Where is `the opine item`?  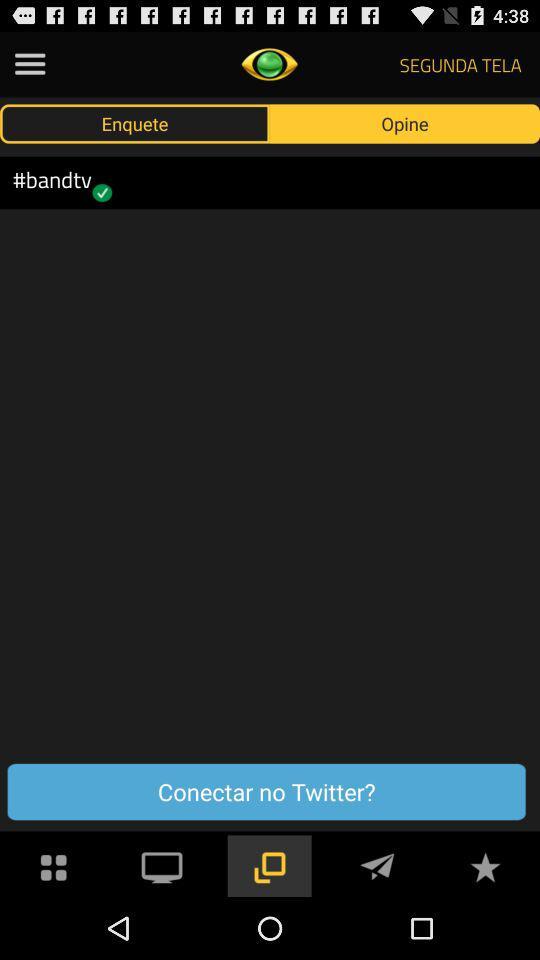 the opine item is located at coordinates (405, 122).